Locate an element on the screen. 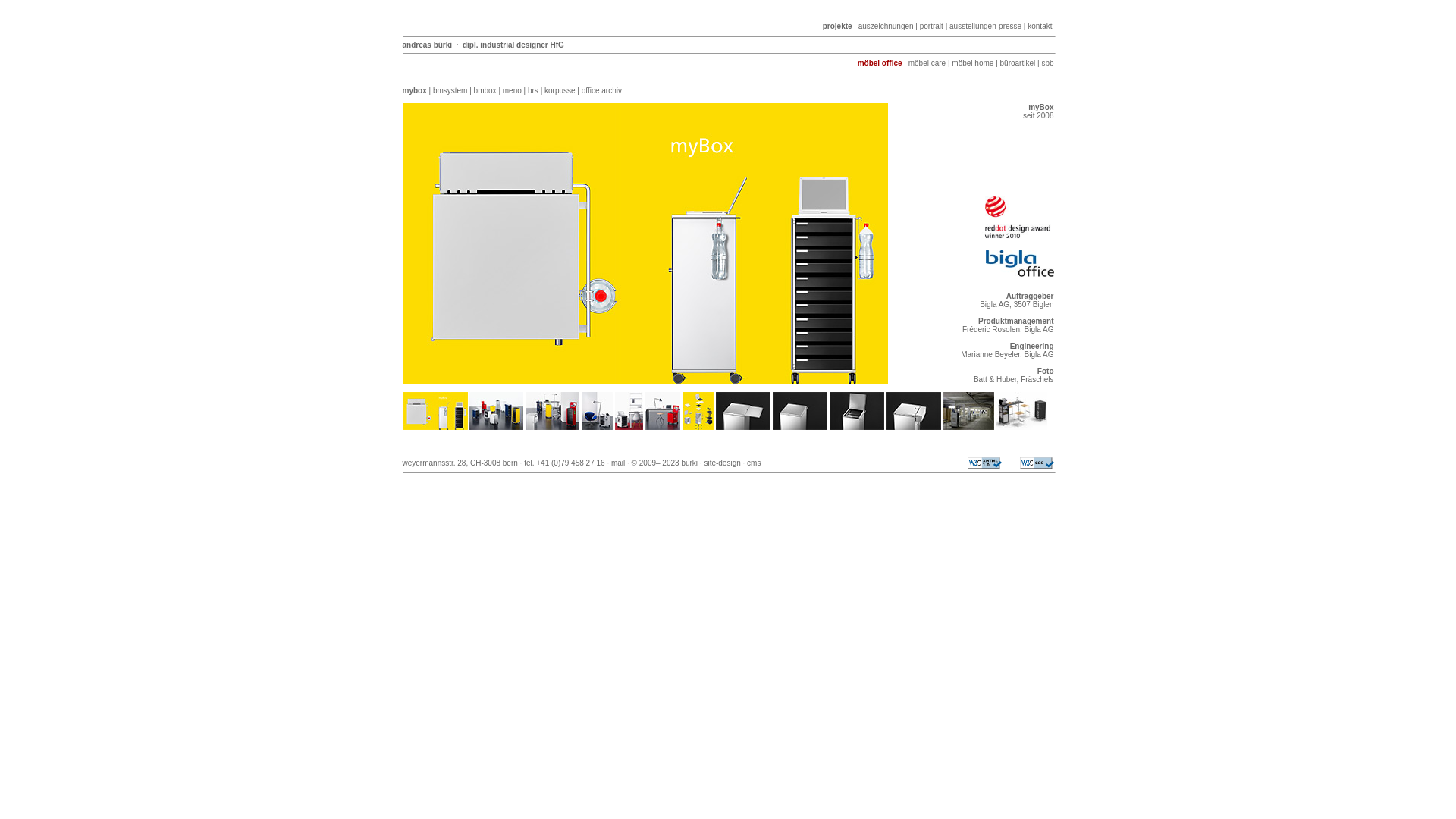  'portrait' is located at coordinates (930, 26).